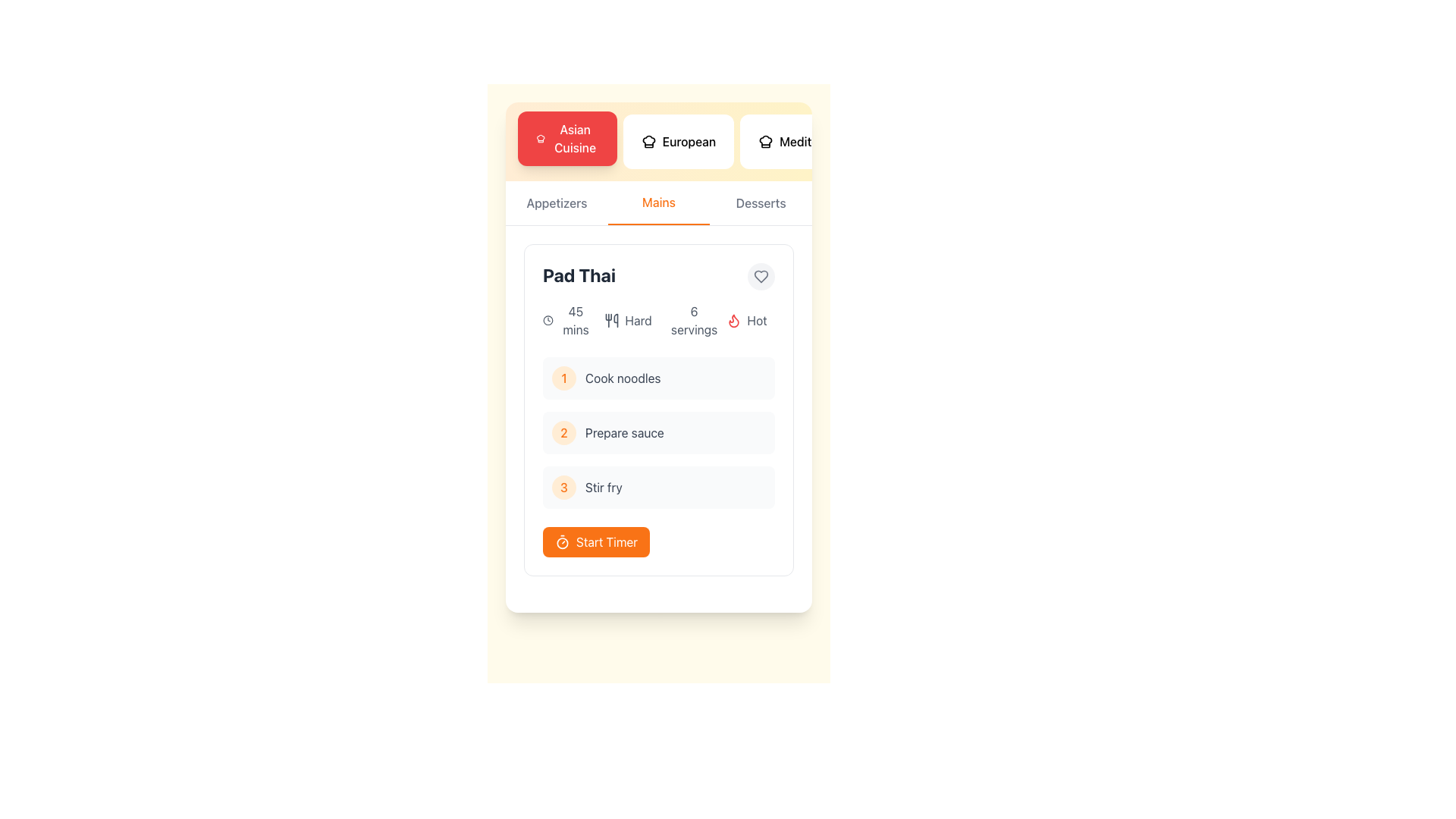 The width and height of the screenshot is (1456, 819). I want to click on the cooking timer button located at the bottom of the 'Pad Thai' section to trigger hover effects, so click(658, 541).